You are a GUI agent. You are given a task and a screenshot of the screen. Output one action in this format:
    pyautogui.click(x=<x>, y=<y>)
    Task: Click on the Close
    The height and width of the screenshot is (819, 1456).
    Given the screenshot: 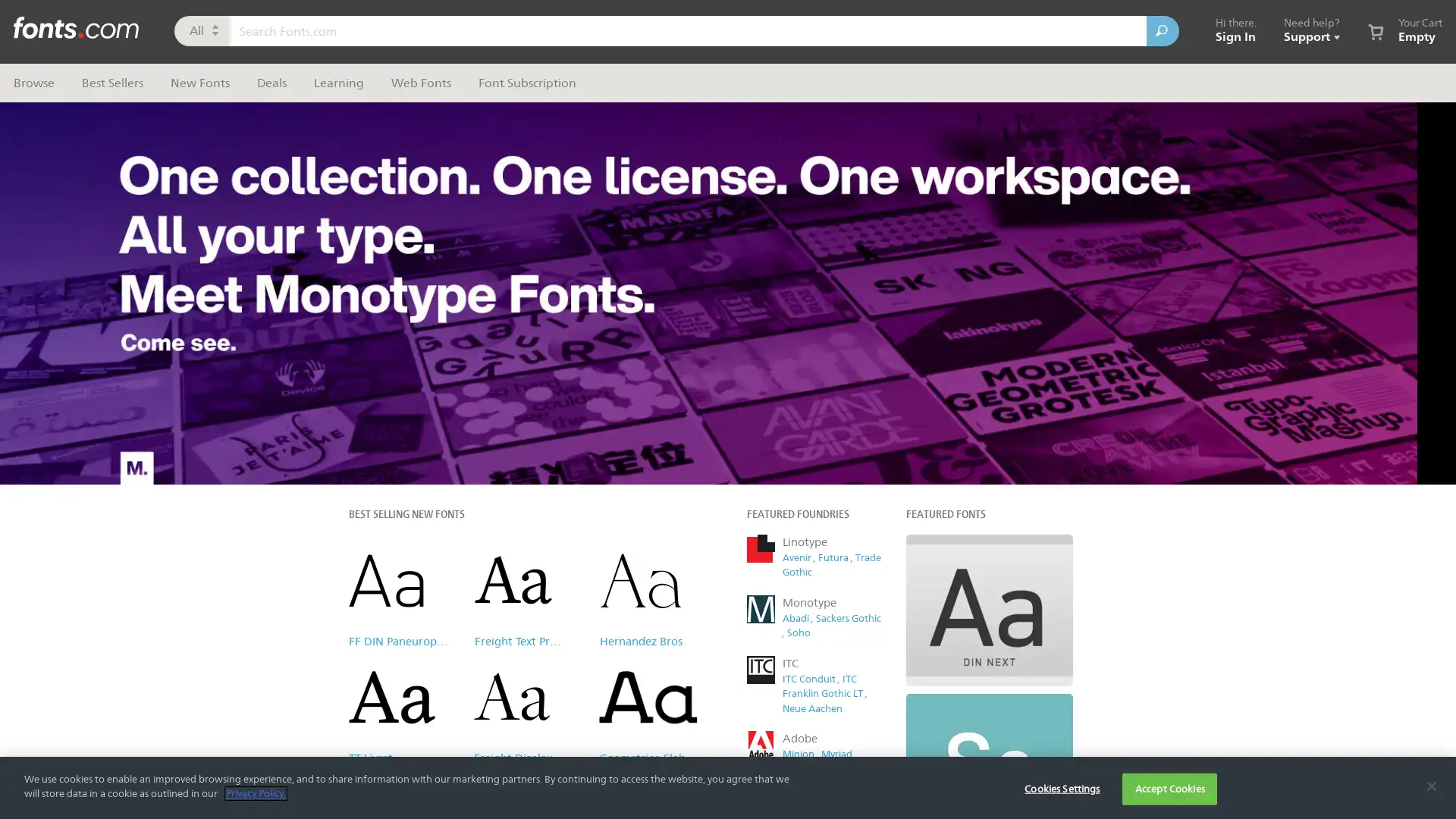 What is the action you would take?
    pyautogui.click(x=1012, y=109)
    